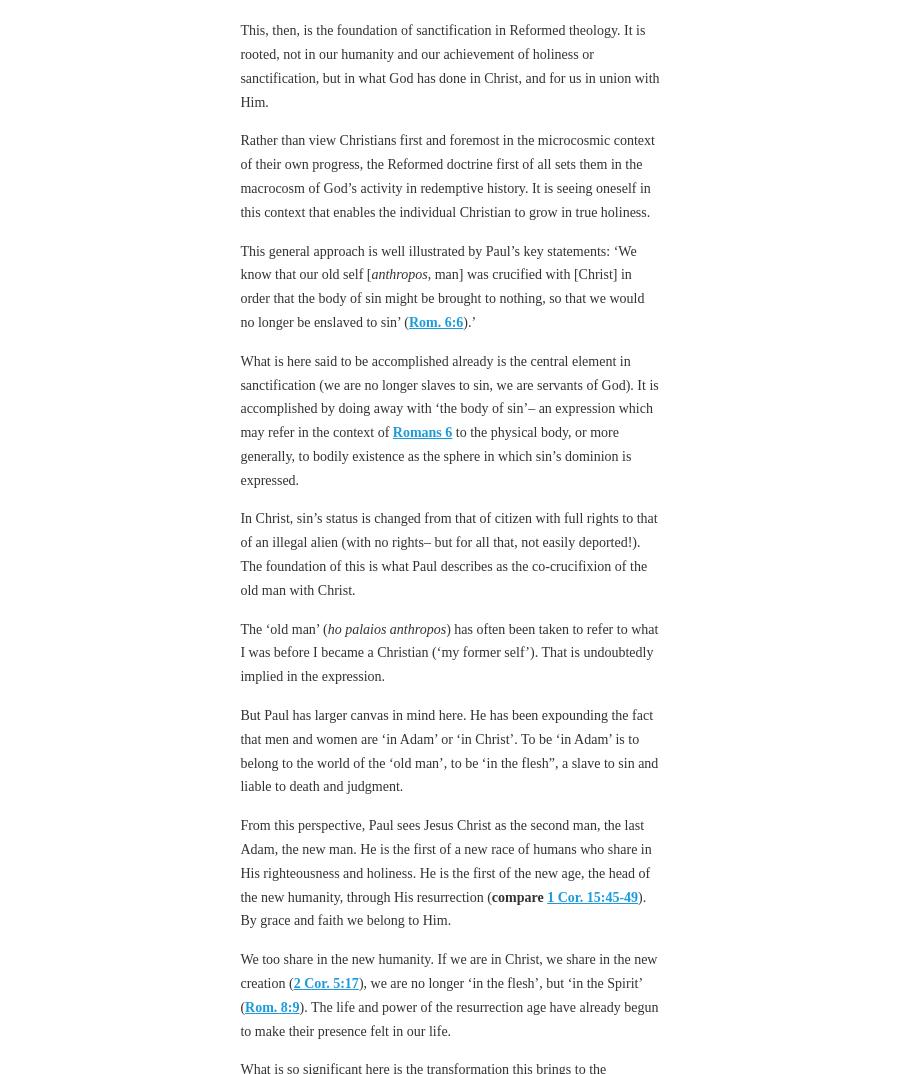 The width and height of the screenshot is (900, 1074). What do you see at coordinates (239, 907) in the screenshot?
I see `'). By grace and faith we belong to Him.'` at bounding box center [239, 907].